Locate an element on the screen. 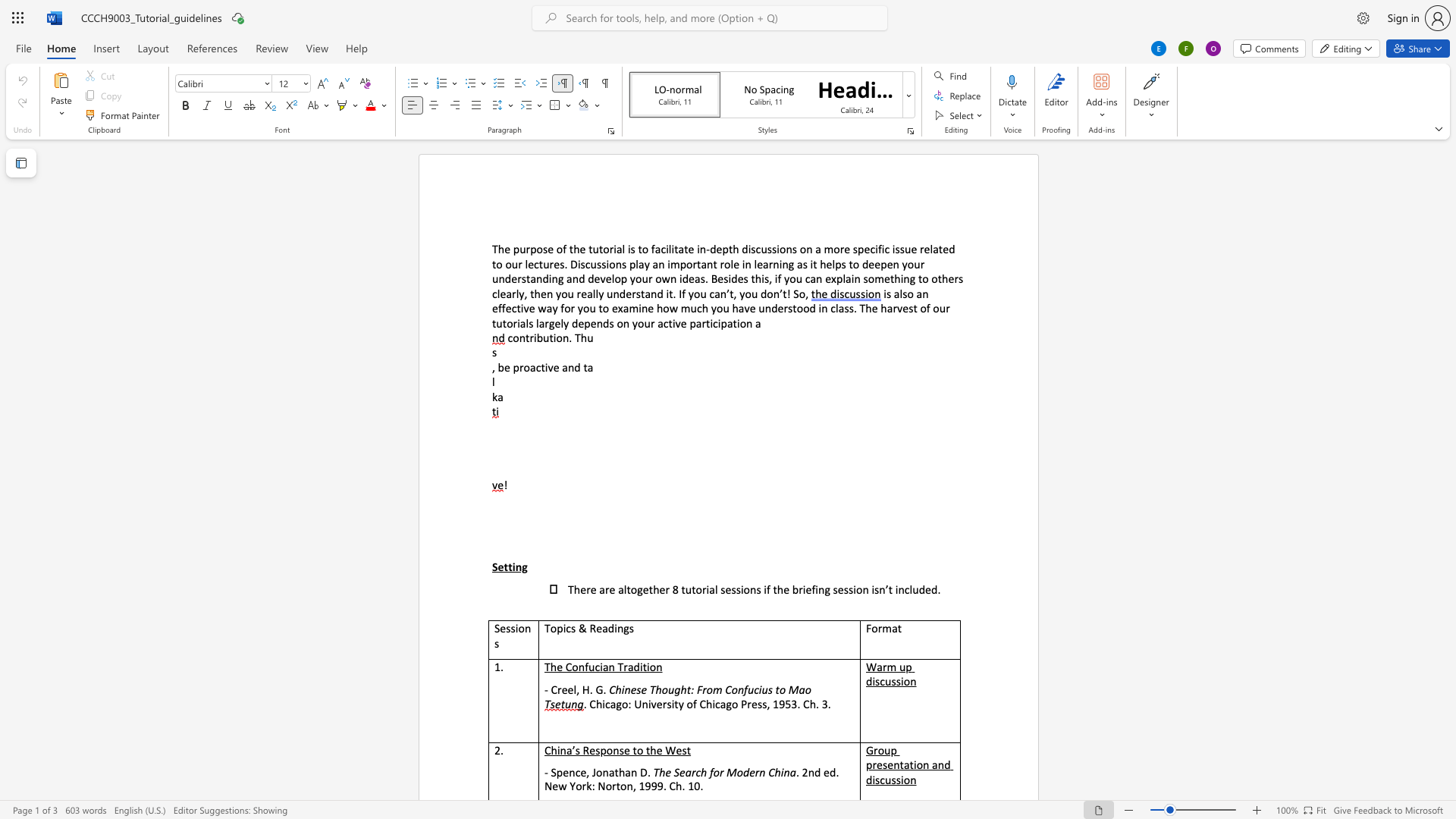 The height and width of the screenshot is (819, 1456). the space between the continuous character "s" and "e" in the text is located at coordinates (547, 248).